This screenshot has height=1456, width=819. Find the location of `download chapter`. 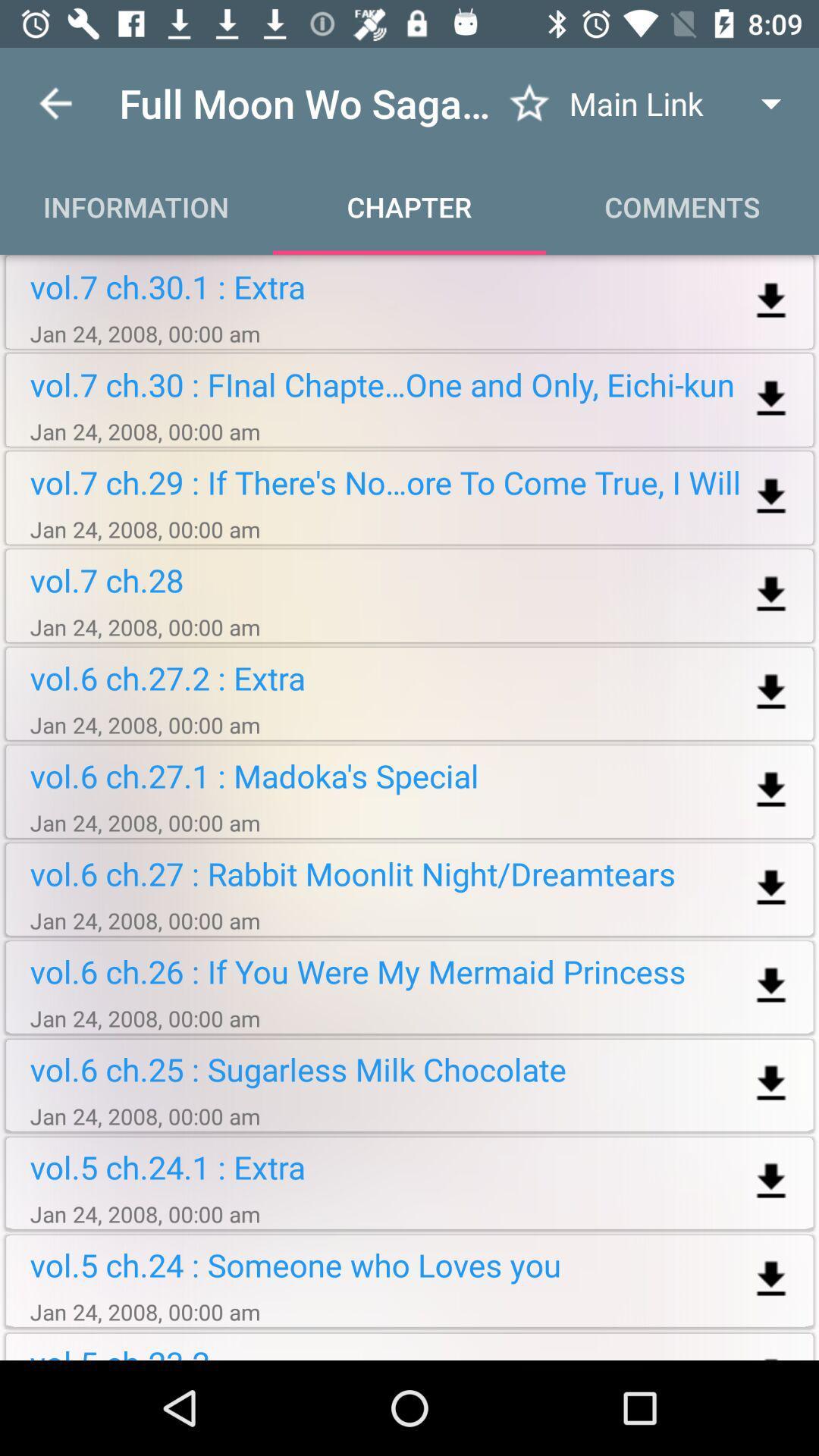

download chapter is located at coordinates (771, 1083).